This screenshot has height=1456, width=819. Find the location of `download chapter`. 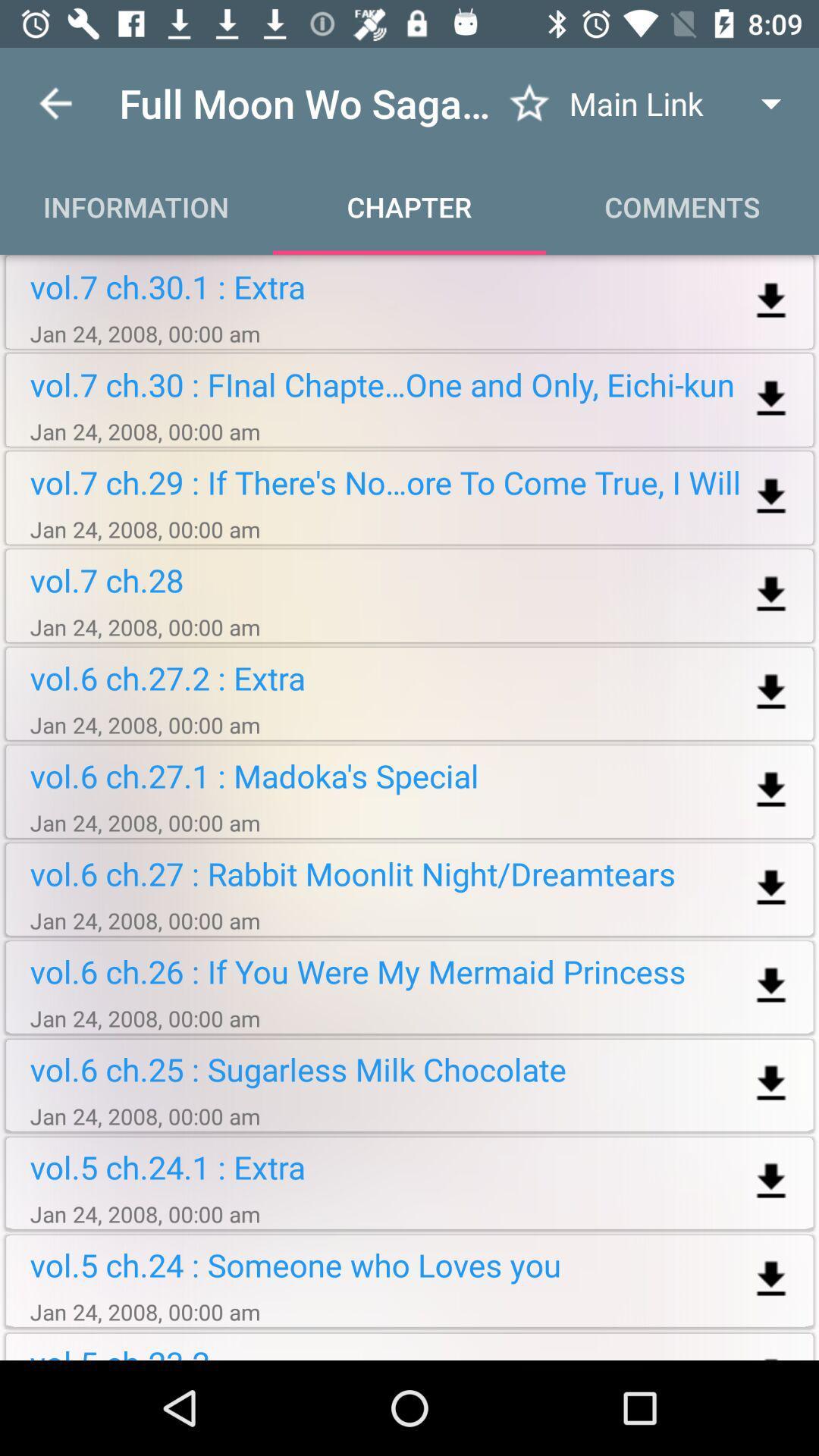

download chapter is located at coordinates (771, 1083).